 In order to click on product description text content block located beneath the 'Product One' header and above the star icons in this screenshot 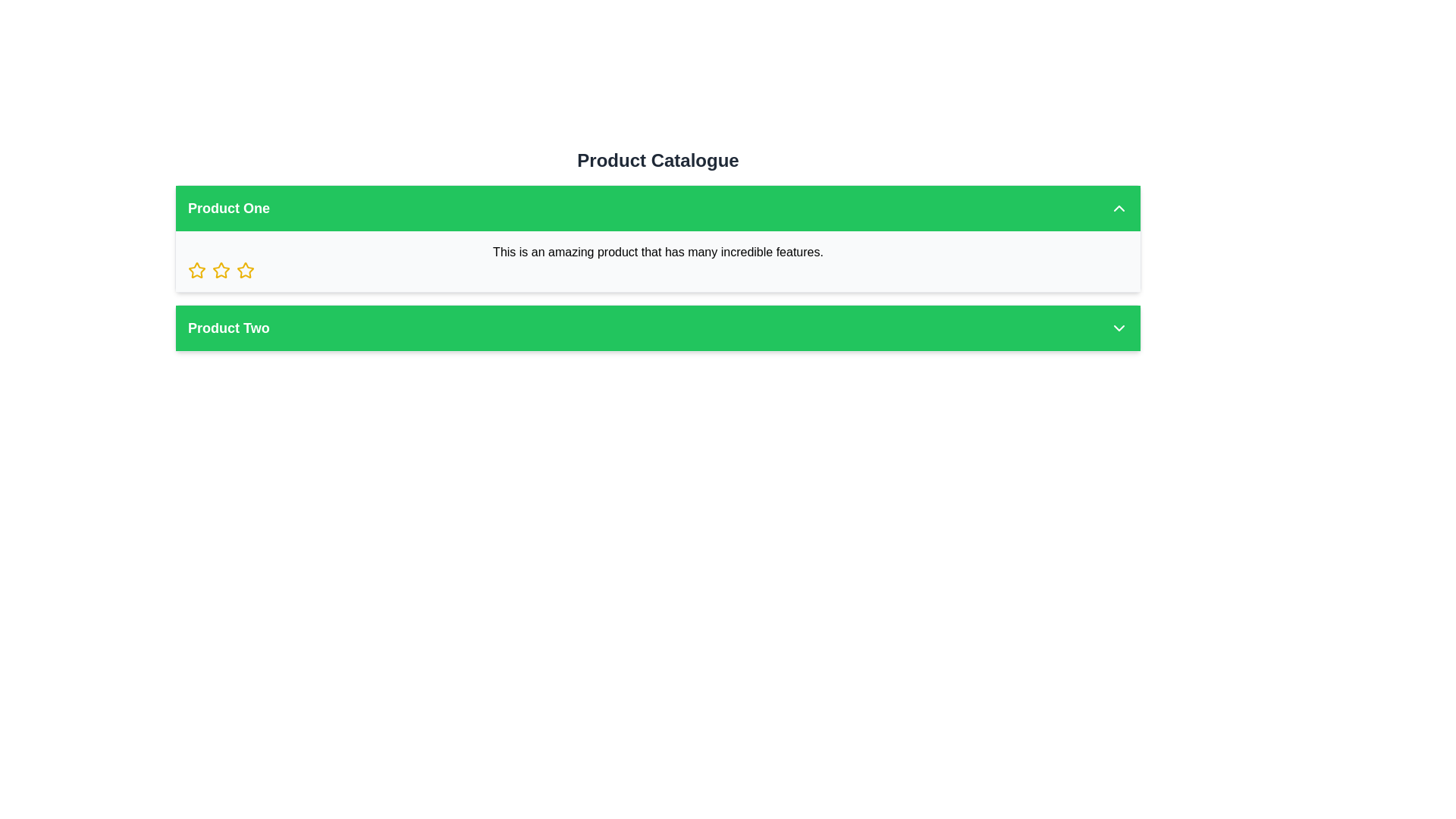, I will do `click(658, 260)`.